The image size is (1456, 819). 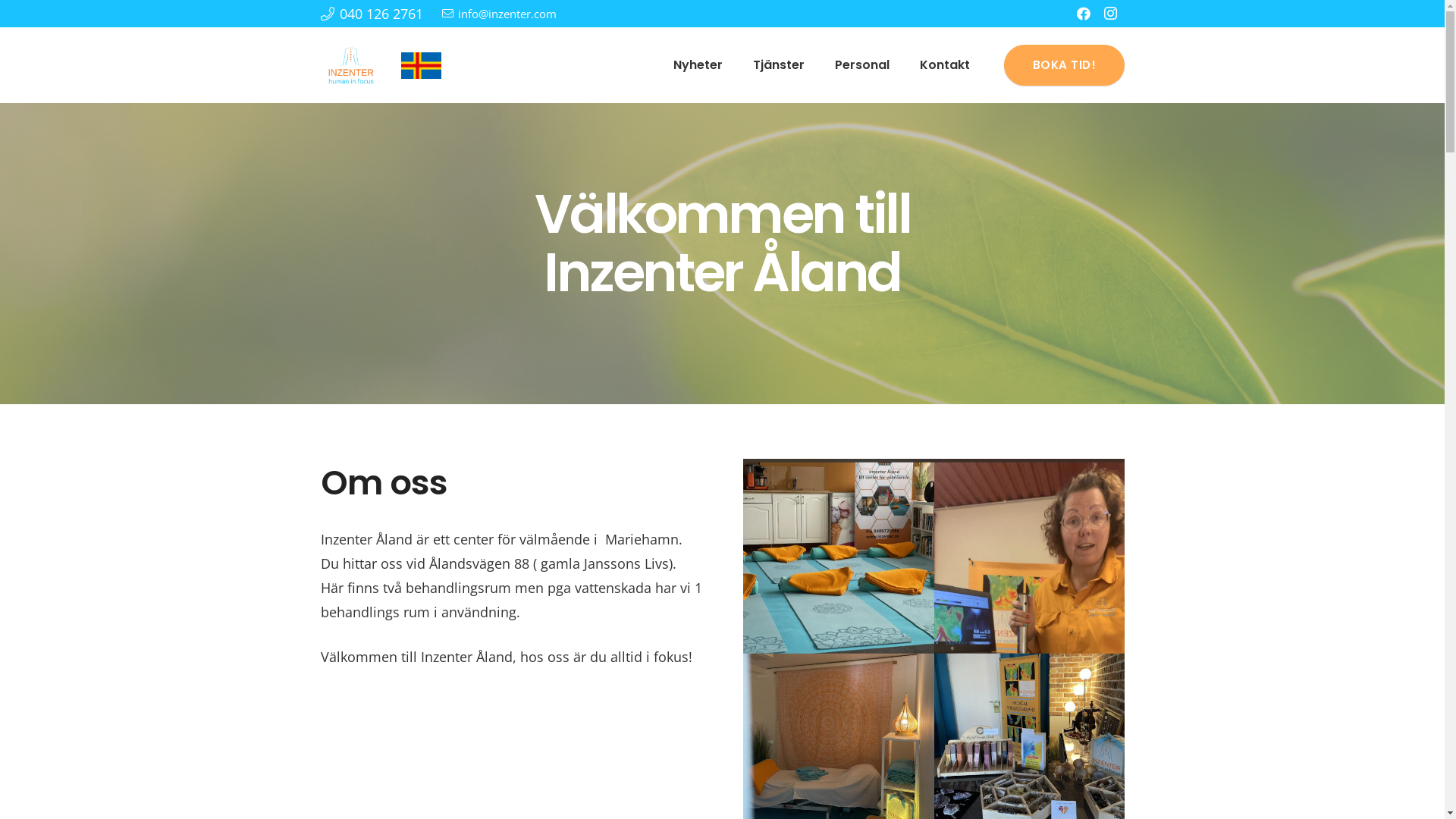 What do you see at coordinates (862, 64) in the screenshot?
I see `'Personal'` at bounding box center [862, 64].